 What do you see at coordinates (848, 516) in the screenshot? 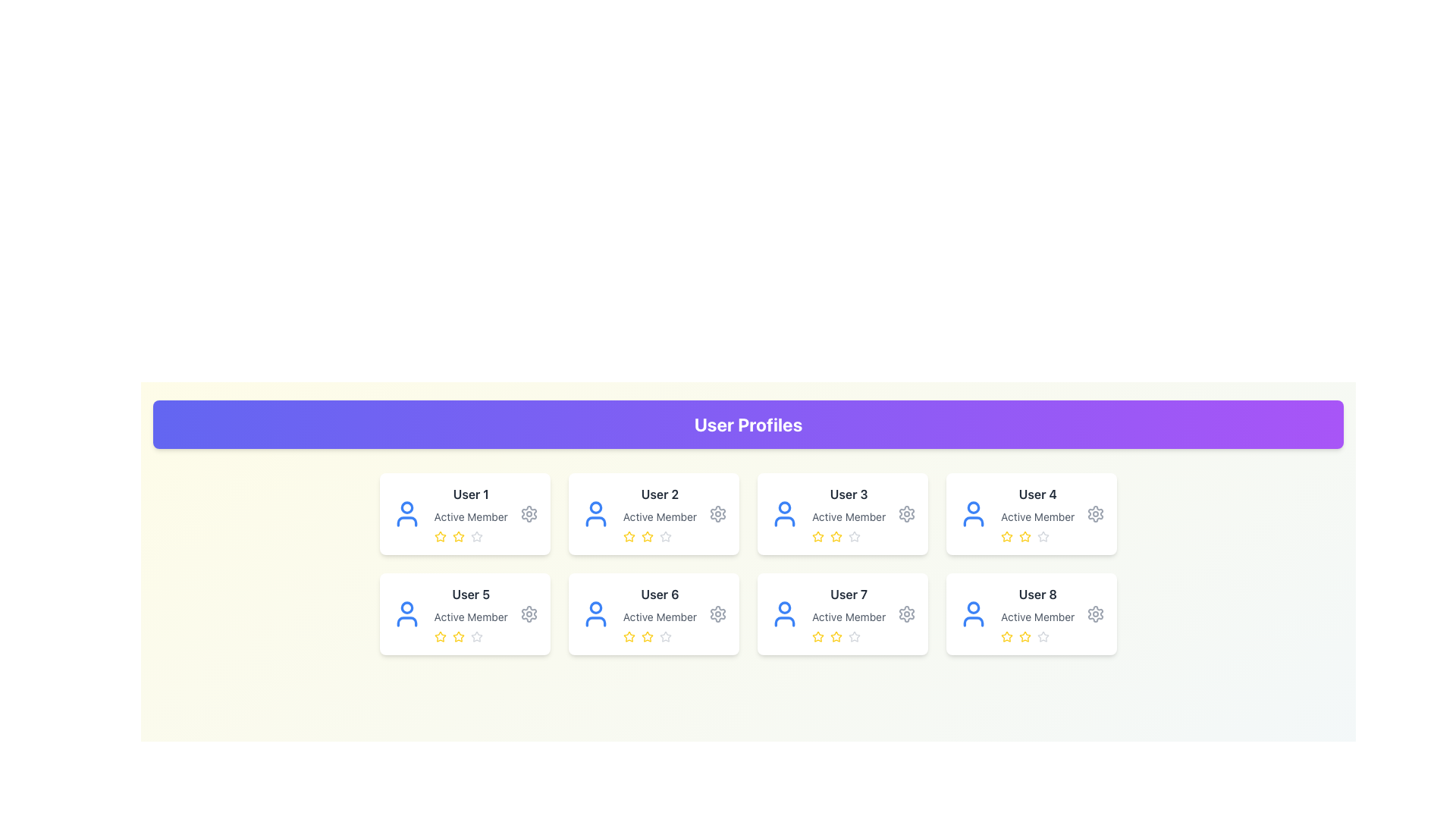
I see `the text label indicating the user's active membership status` at bounding box center [848, 516].